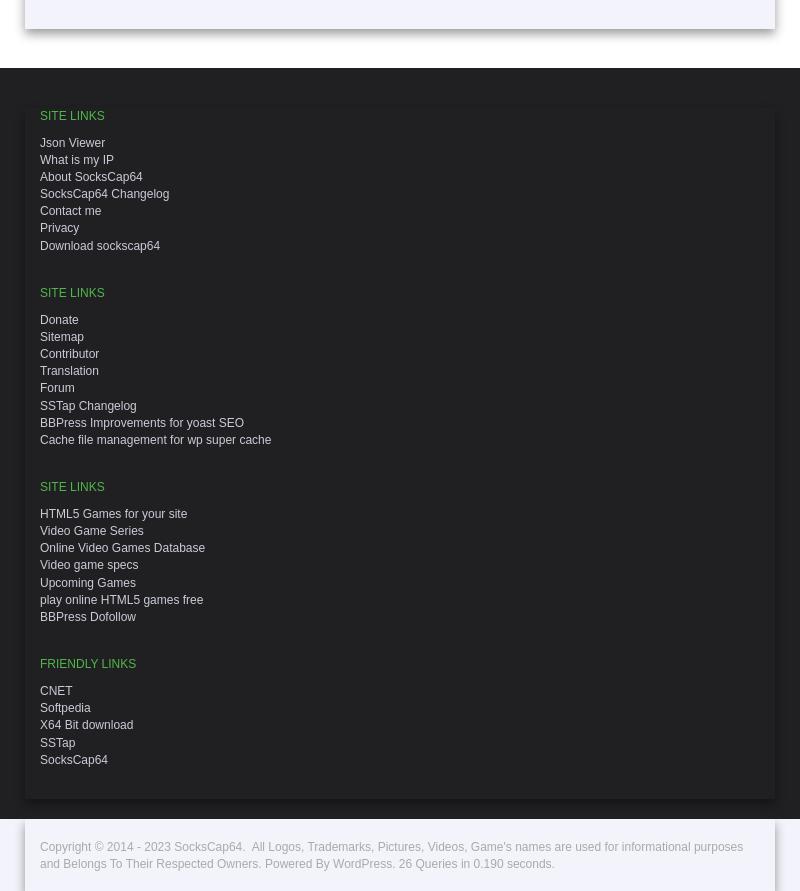 Image resolution: width=800 pixels, height=891 pixels. Describe the element at coordinates (72, 141) in the screenshot. I see `'Json Viewer'` at that location.